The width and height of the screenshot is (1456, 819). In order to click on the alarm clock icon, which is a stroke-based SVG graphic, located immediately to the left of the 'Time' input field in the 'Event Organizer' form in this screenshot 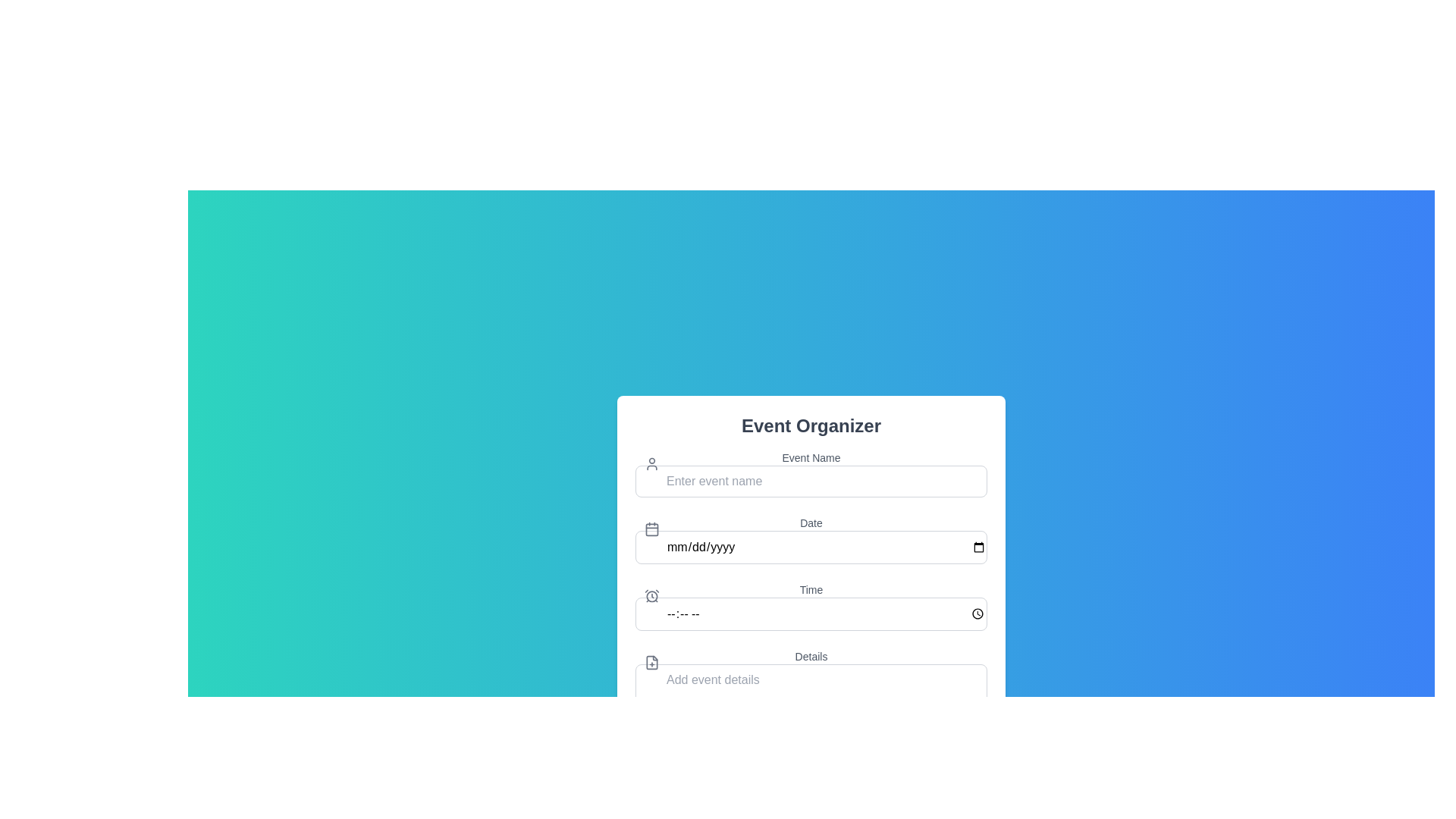, I will do `click(651, 595)`.